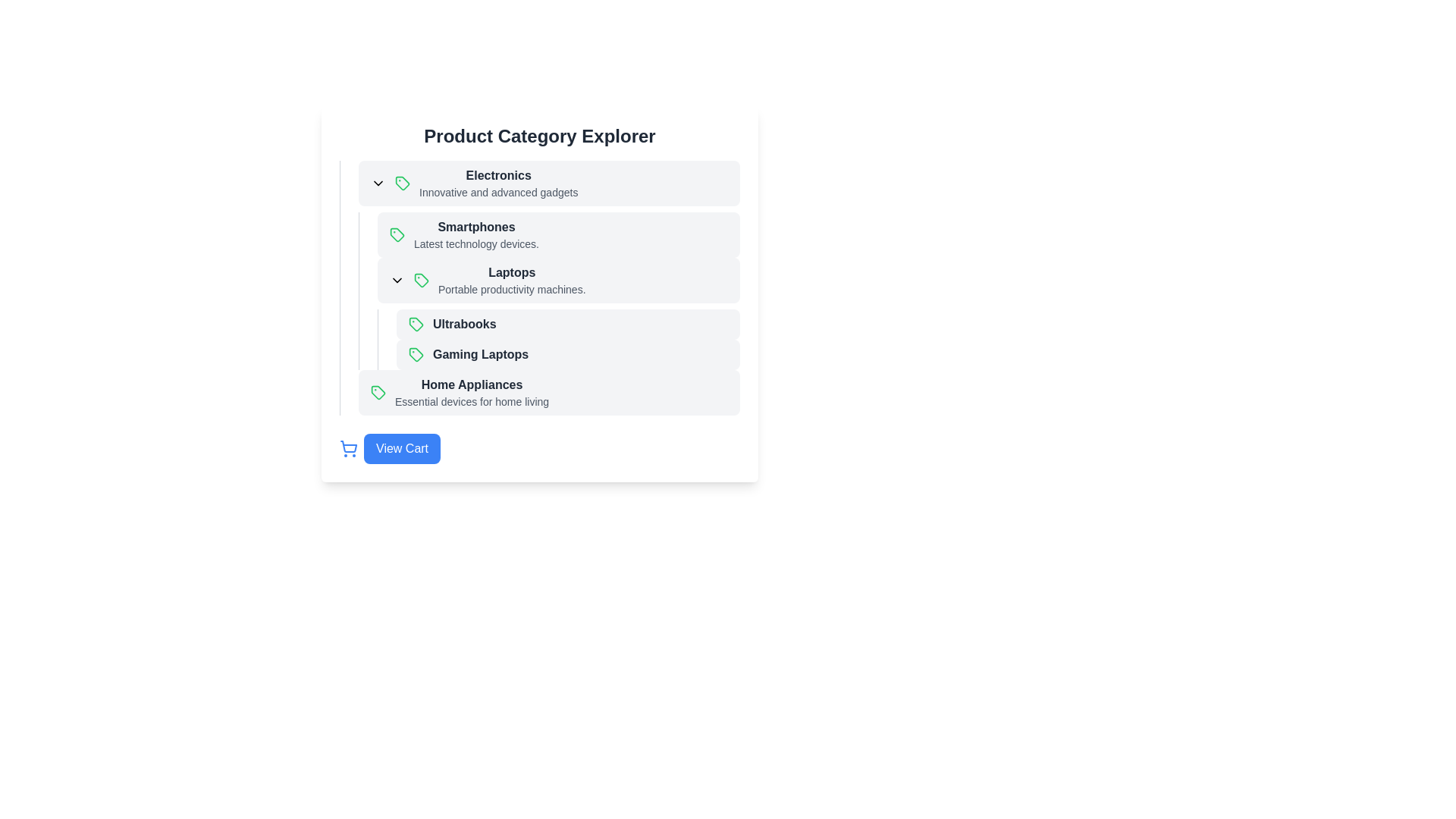 The height and width of the screenshot is (819, 1456). What do you see at coordinates (416, 324) in the screenshot?
I see `the icon next to the 'Gaming Laptops' label that indicates an association or categorization element` at bounding box center [416, 324].